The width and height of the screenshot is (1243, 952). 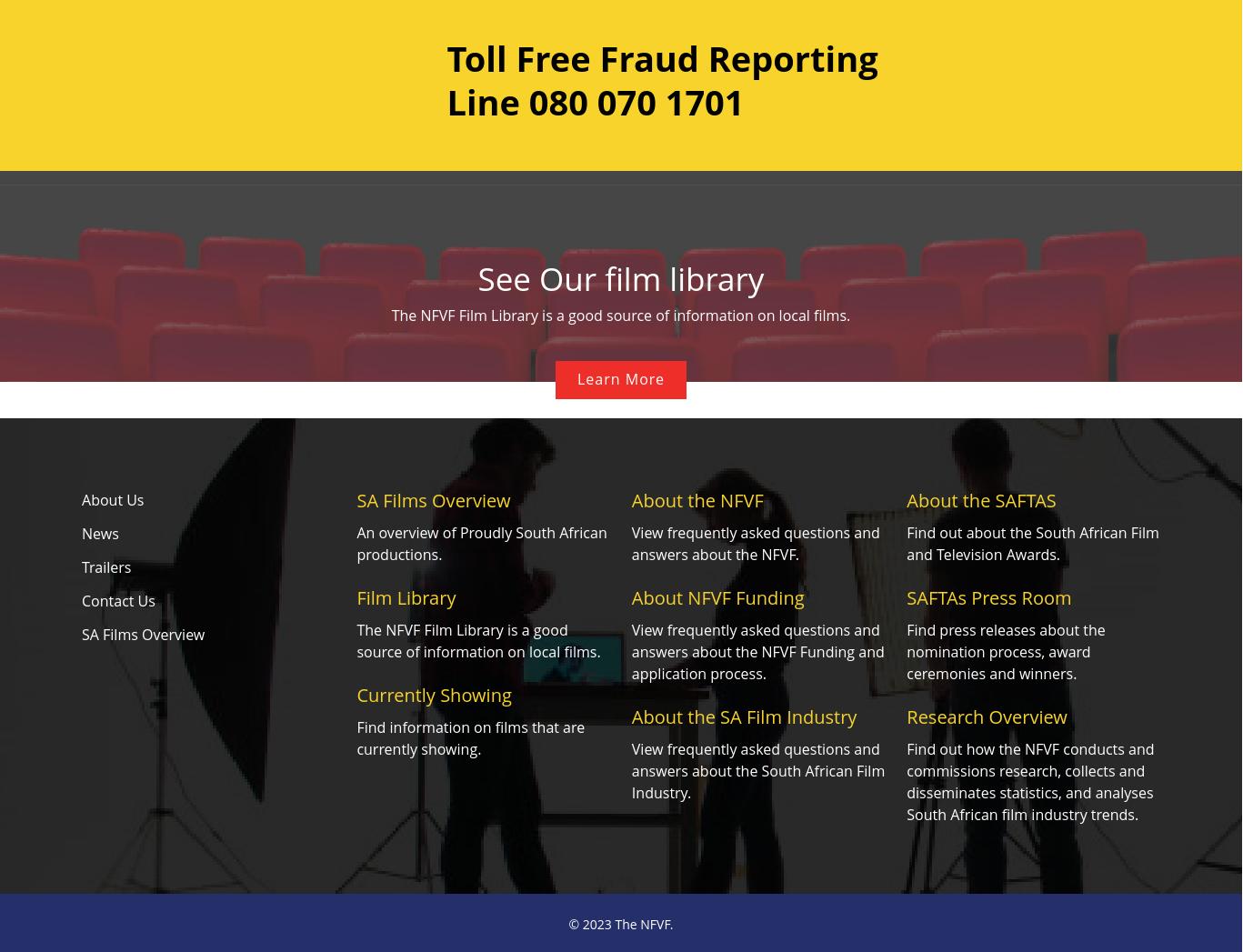 I want to click on 'About the SAFTAS', so click(x=979, y=500).